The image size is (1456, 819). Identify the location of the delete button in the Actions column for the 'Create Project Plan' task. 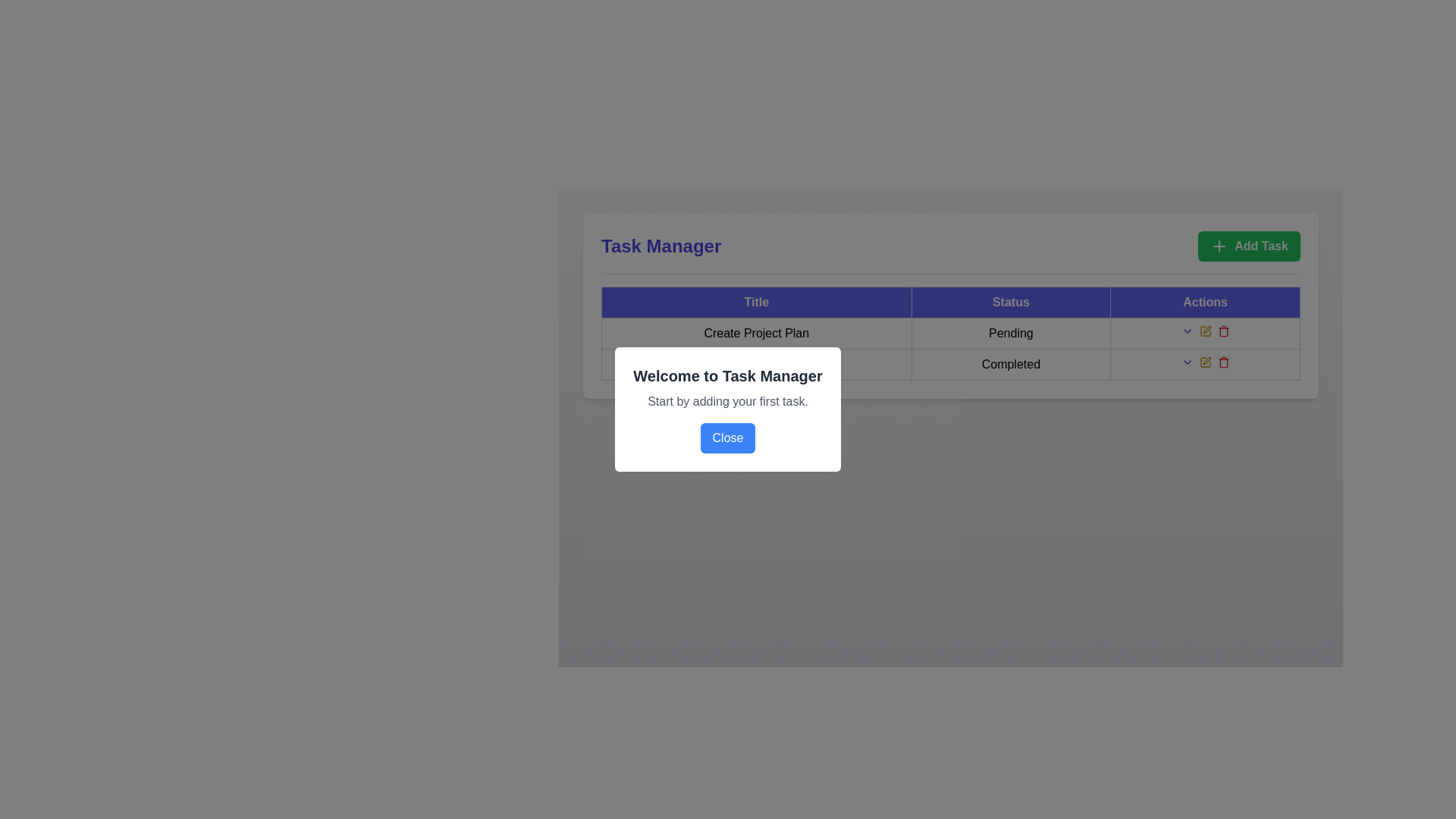
(1223, 330).